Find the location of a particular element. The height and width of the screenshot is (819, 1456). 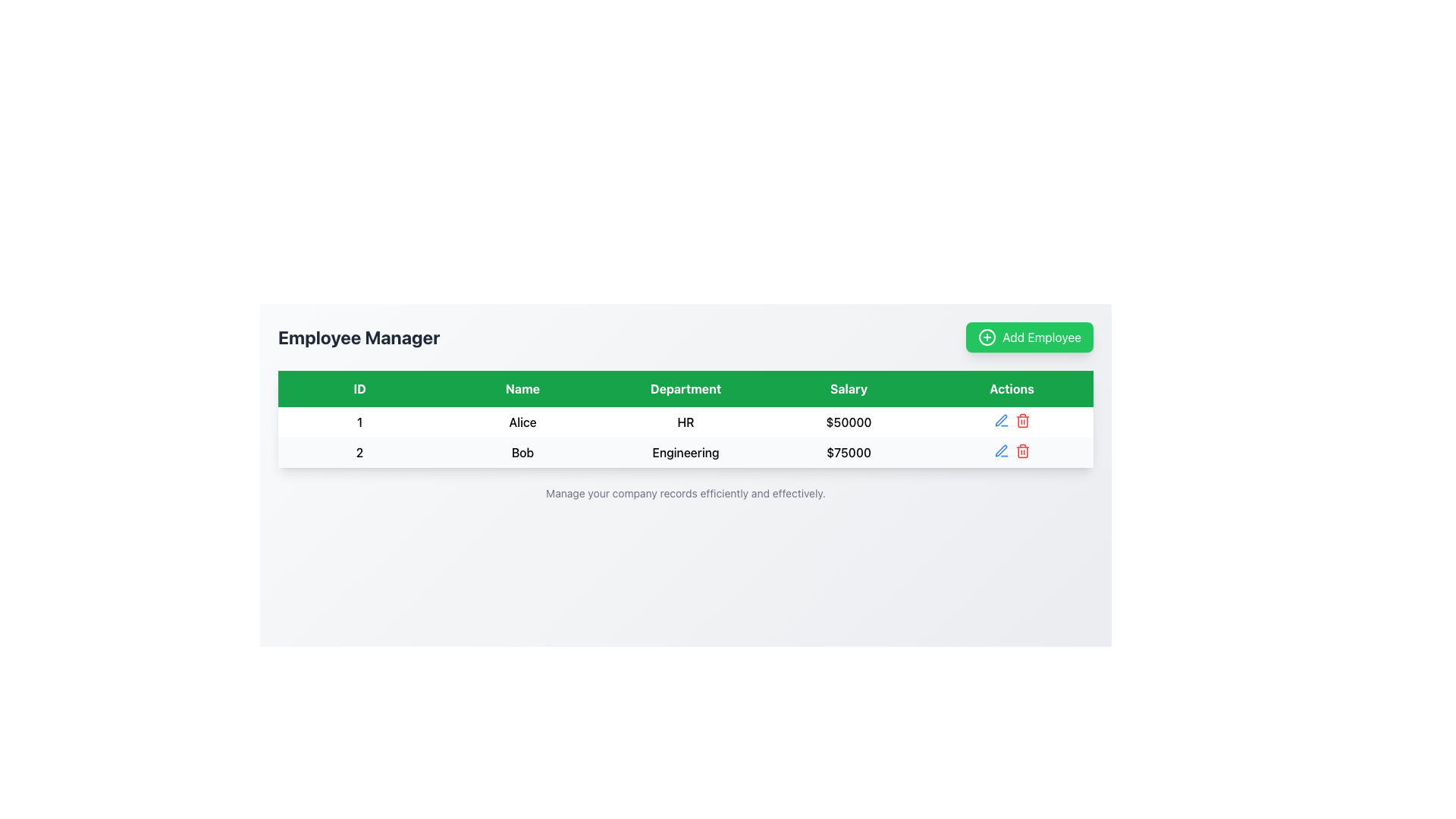

the read-only Text Cell that displays the unique identifier of the first entry in the table, located in the first row under the 'ID' header is located at coordinates (359, 422).